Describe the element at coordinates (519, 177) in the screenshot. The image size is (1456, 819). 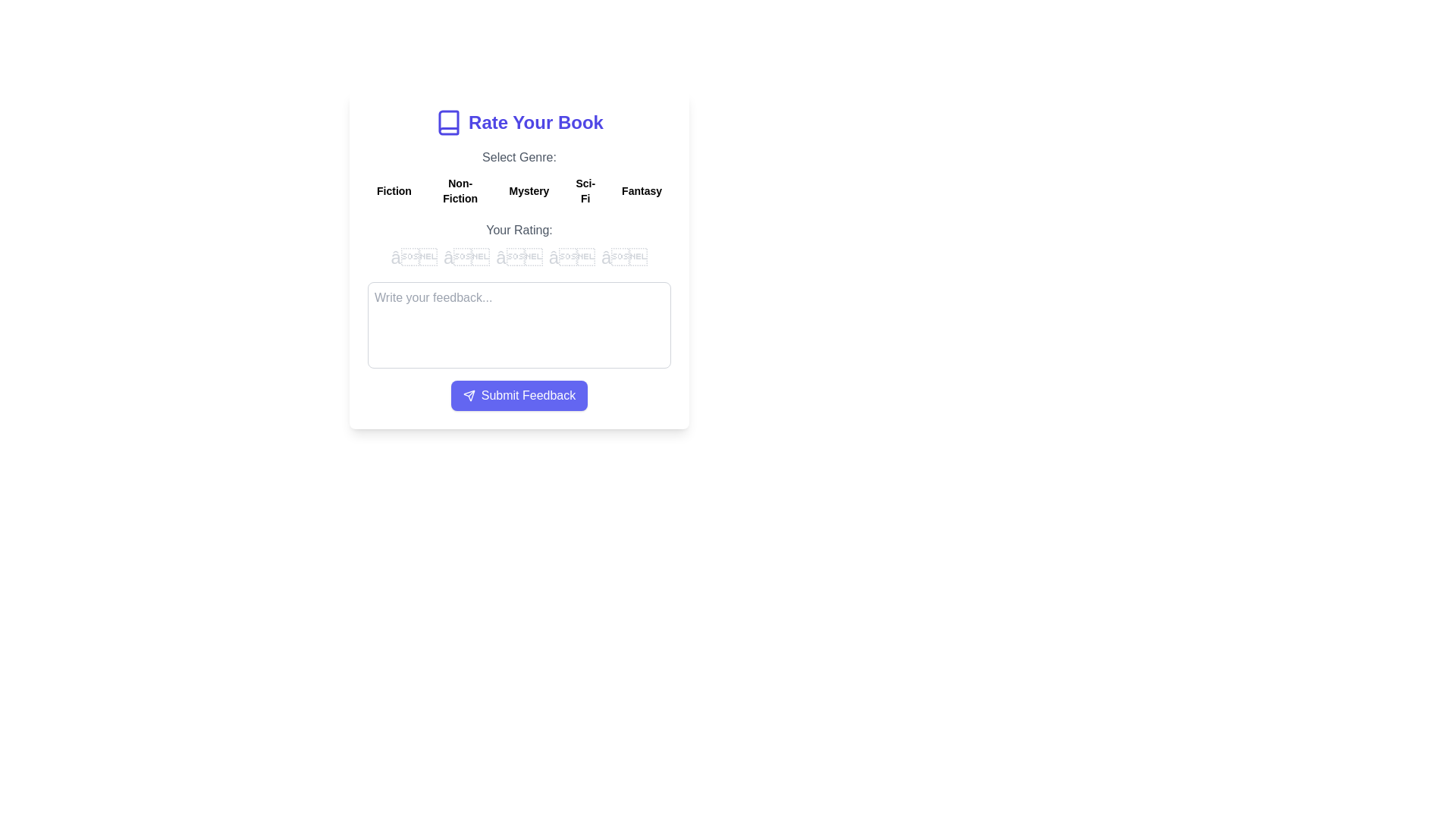
I see `a genre button in the 'Select Genre:' section` at that location.